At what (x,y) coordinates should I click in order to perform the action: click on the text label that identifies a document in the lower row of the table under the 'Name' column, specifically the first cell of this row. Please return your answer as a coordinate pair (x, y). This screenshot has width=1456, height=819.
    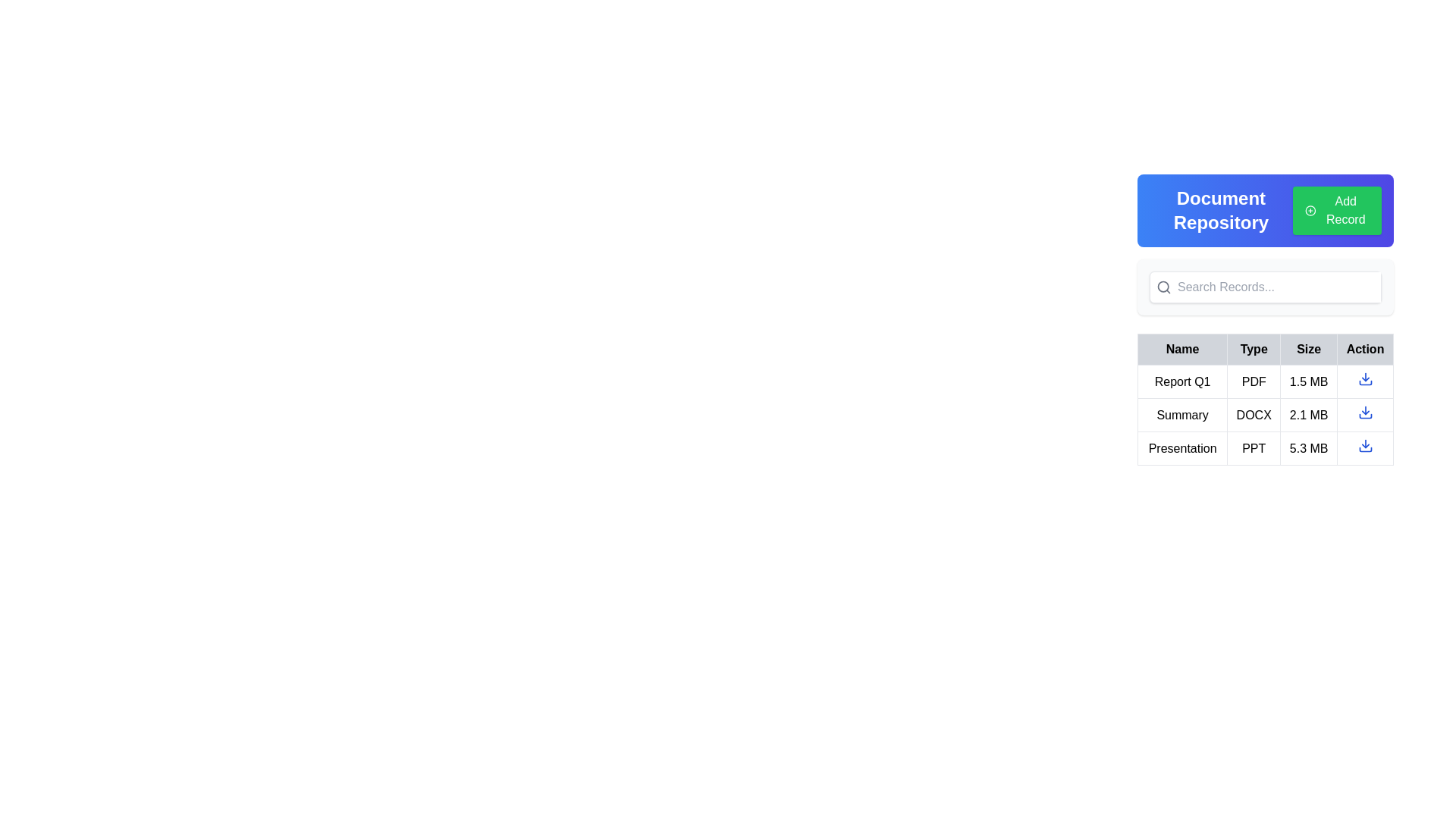
    Looking at the image, I should click on (1181, 447).